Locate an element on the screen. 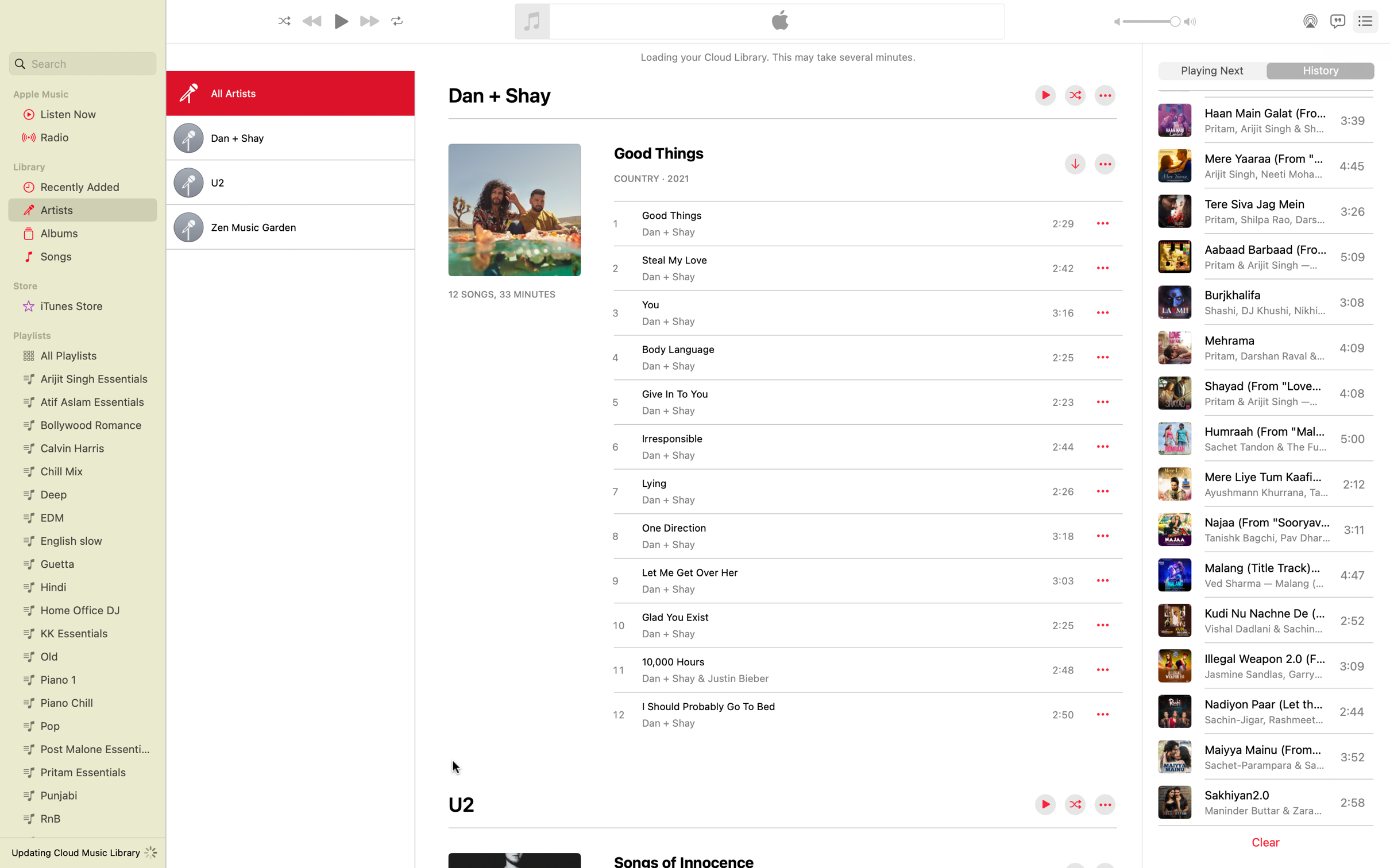 The image size is (1390, 868). Empty the playlist queue is located at coordinates (1268, 842).